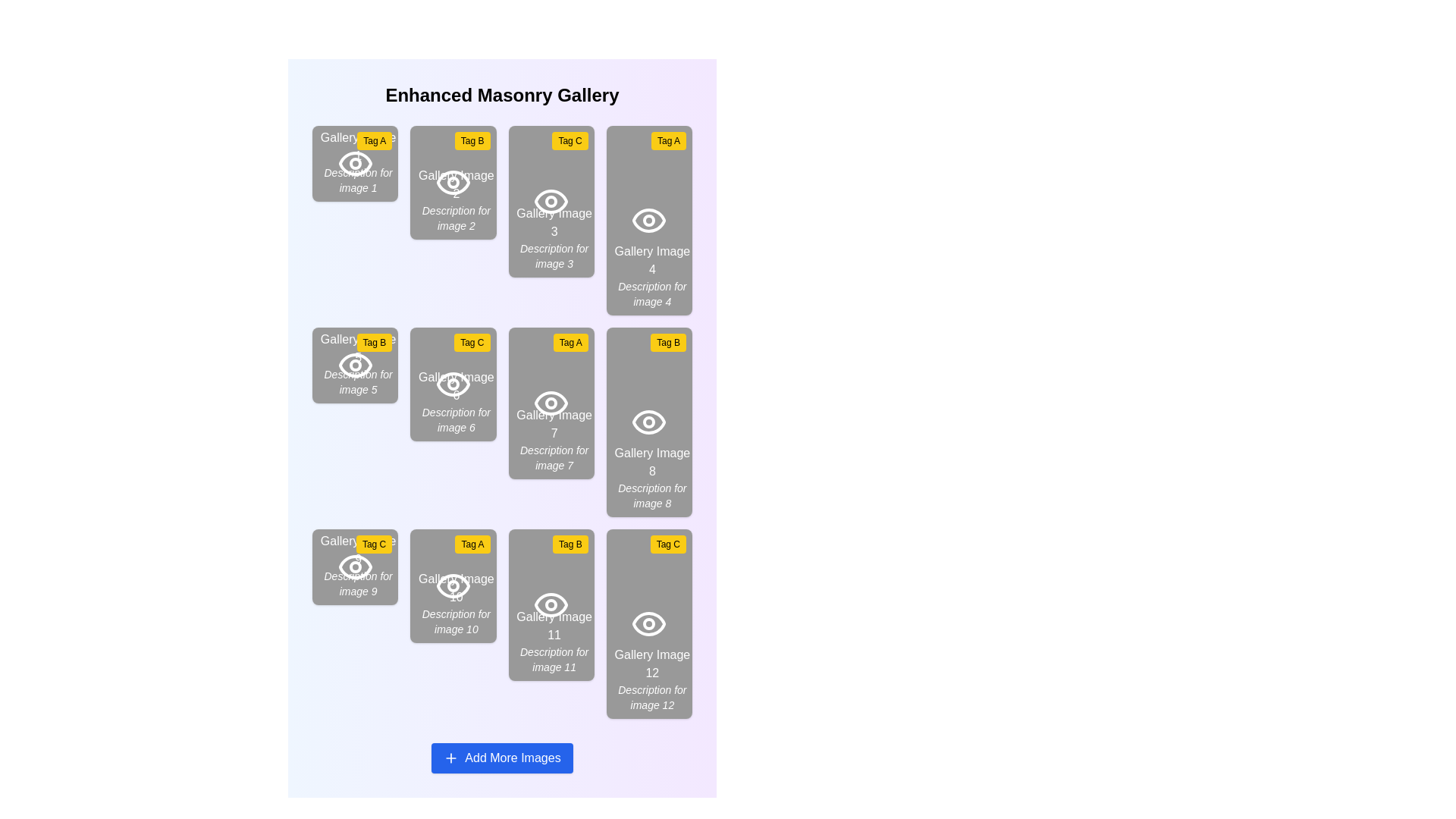 Image resolution: width=1456 pixels, height=819 pixels. Describe the element at coordinates (452, 383) in the screenshot. I see `on the image preview card located in the second position of the second row of the gallery` at that location.